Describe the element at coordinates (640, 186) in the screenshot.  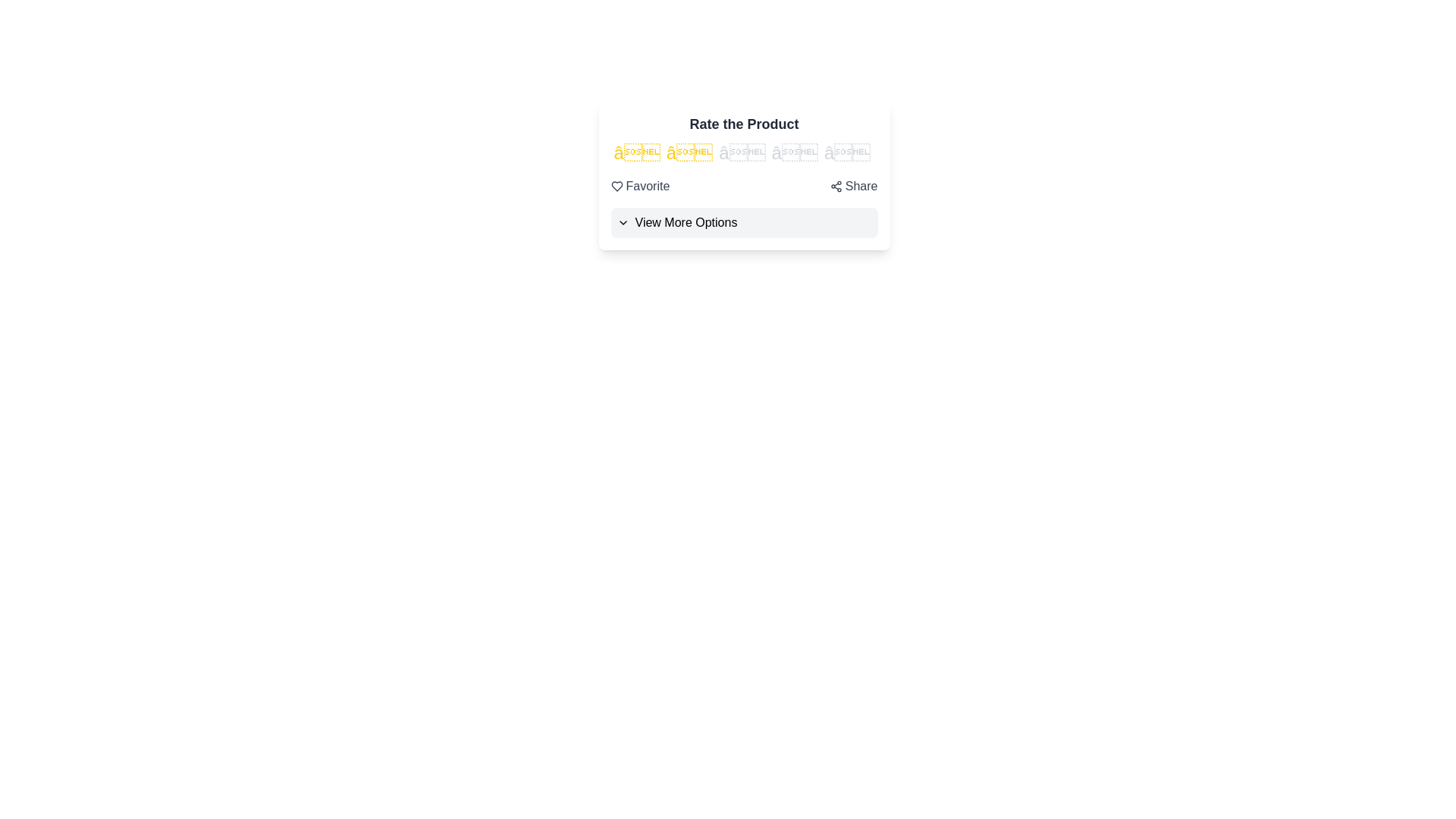
I see `the 'Favorite' button` at that location.